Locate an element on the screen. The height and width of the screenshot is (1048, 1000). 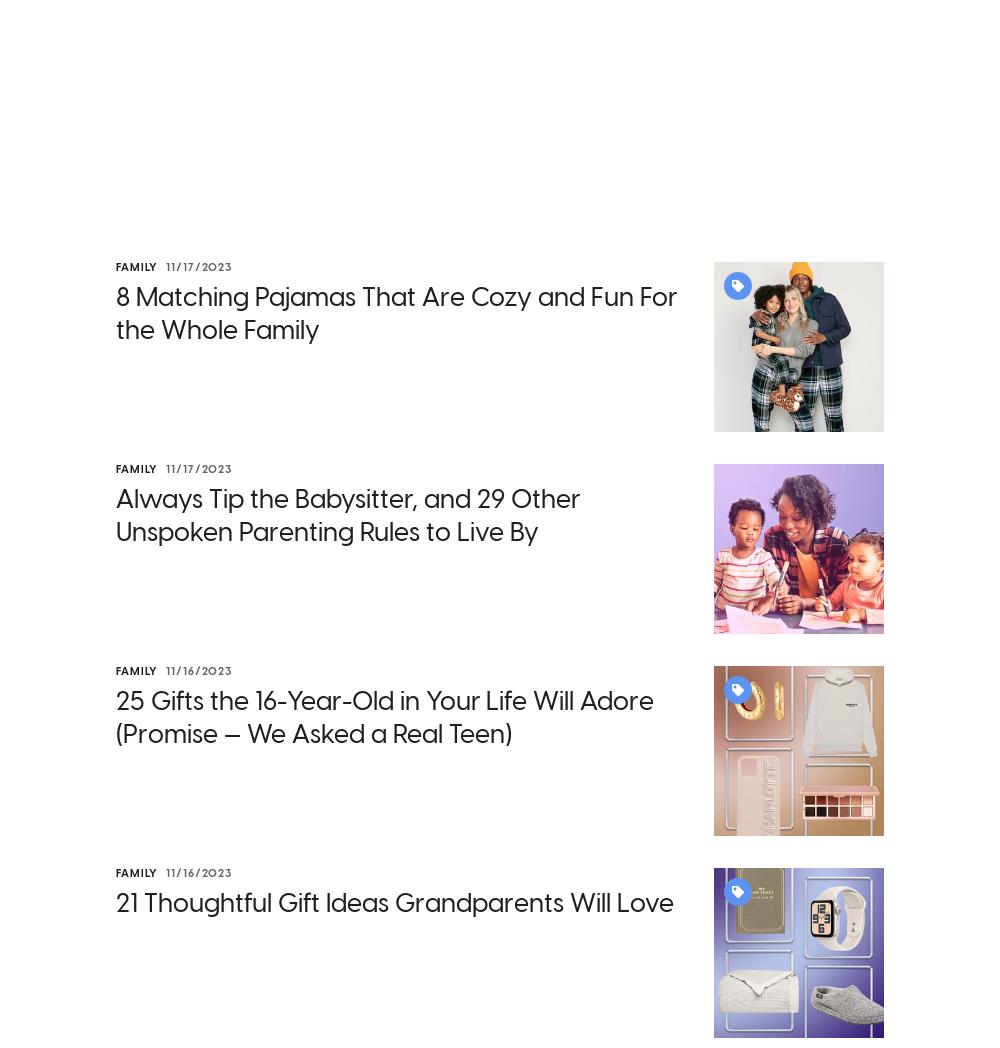
'The Harsh Reality of Daycare Costs Forced Me to Quit My Job' is located at coordinates (505, 946).